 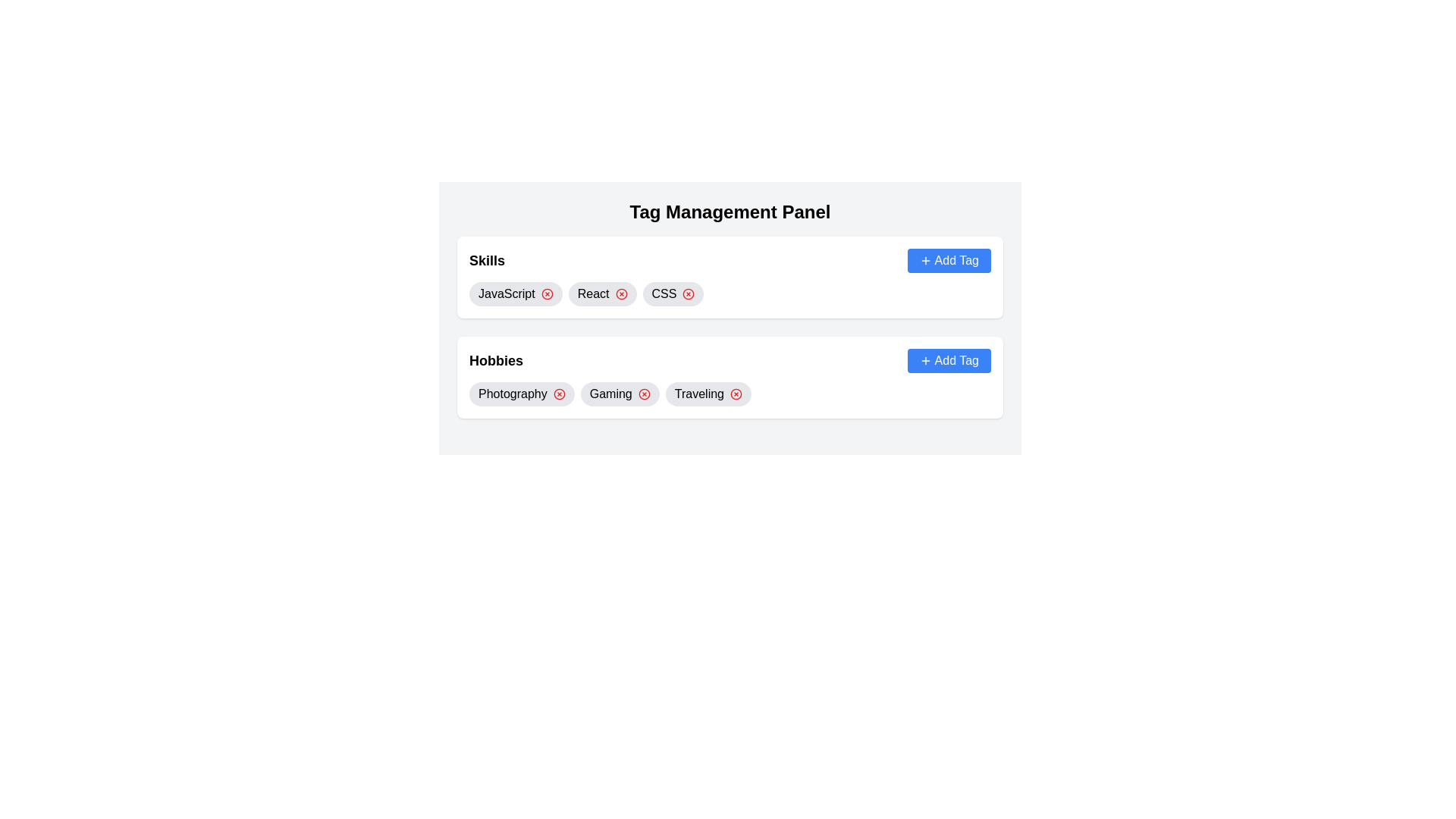 What do you see at coordinates (546, 294) in the screenshot?
I see `the removal button located in the 'Skills' section next to the 'JavaScript' tag to observe a color change` at bounding box center [546, 294].